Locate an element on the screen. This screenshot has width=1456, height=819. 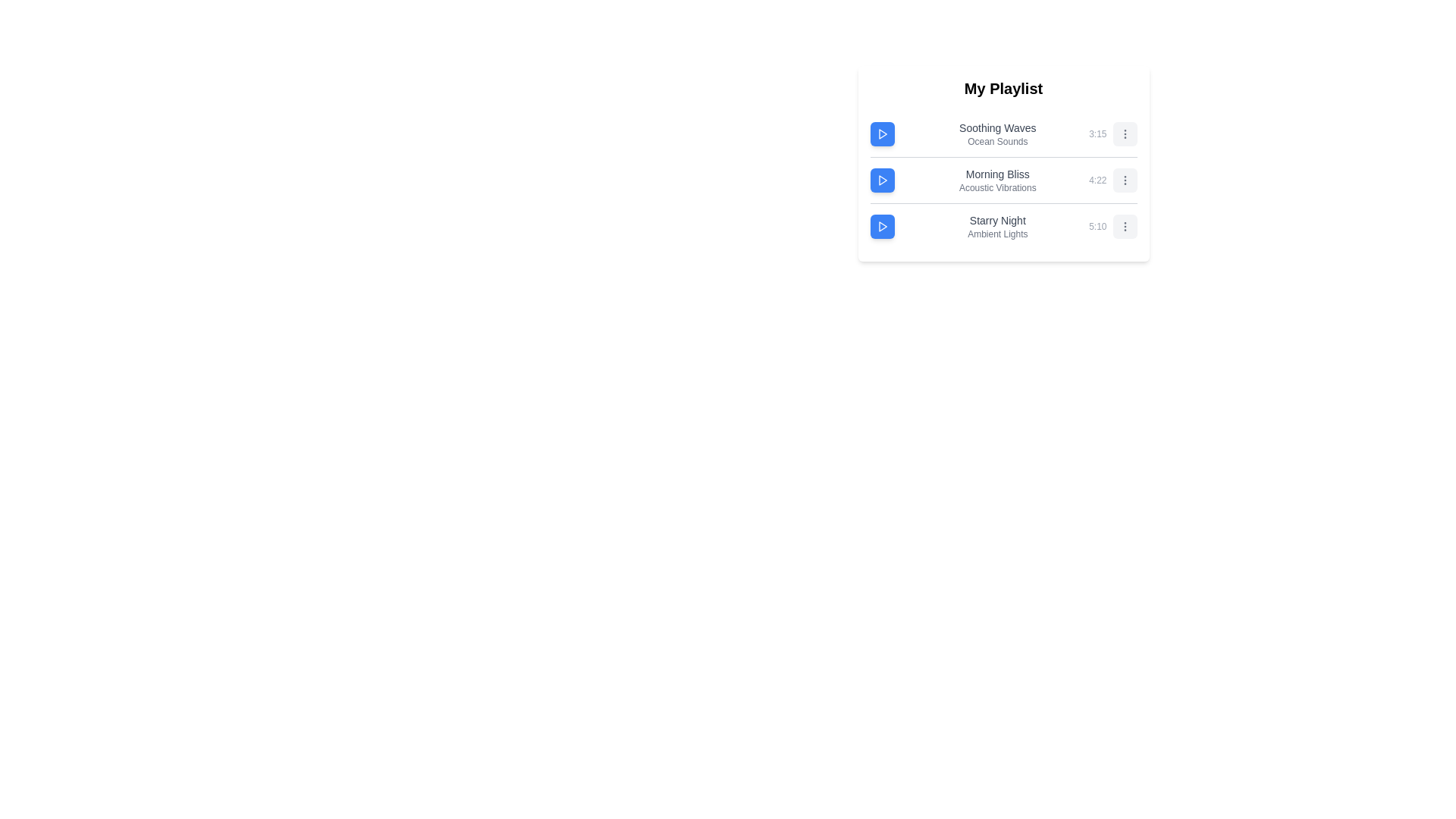
the text label displaying '4:22', which is styled in gray and positioned to the far right of the music track row labeled 'Morning Bliss' is located at coordinates (1097, 180).